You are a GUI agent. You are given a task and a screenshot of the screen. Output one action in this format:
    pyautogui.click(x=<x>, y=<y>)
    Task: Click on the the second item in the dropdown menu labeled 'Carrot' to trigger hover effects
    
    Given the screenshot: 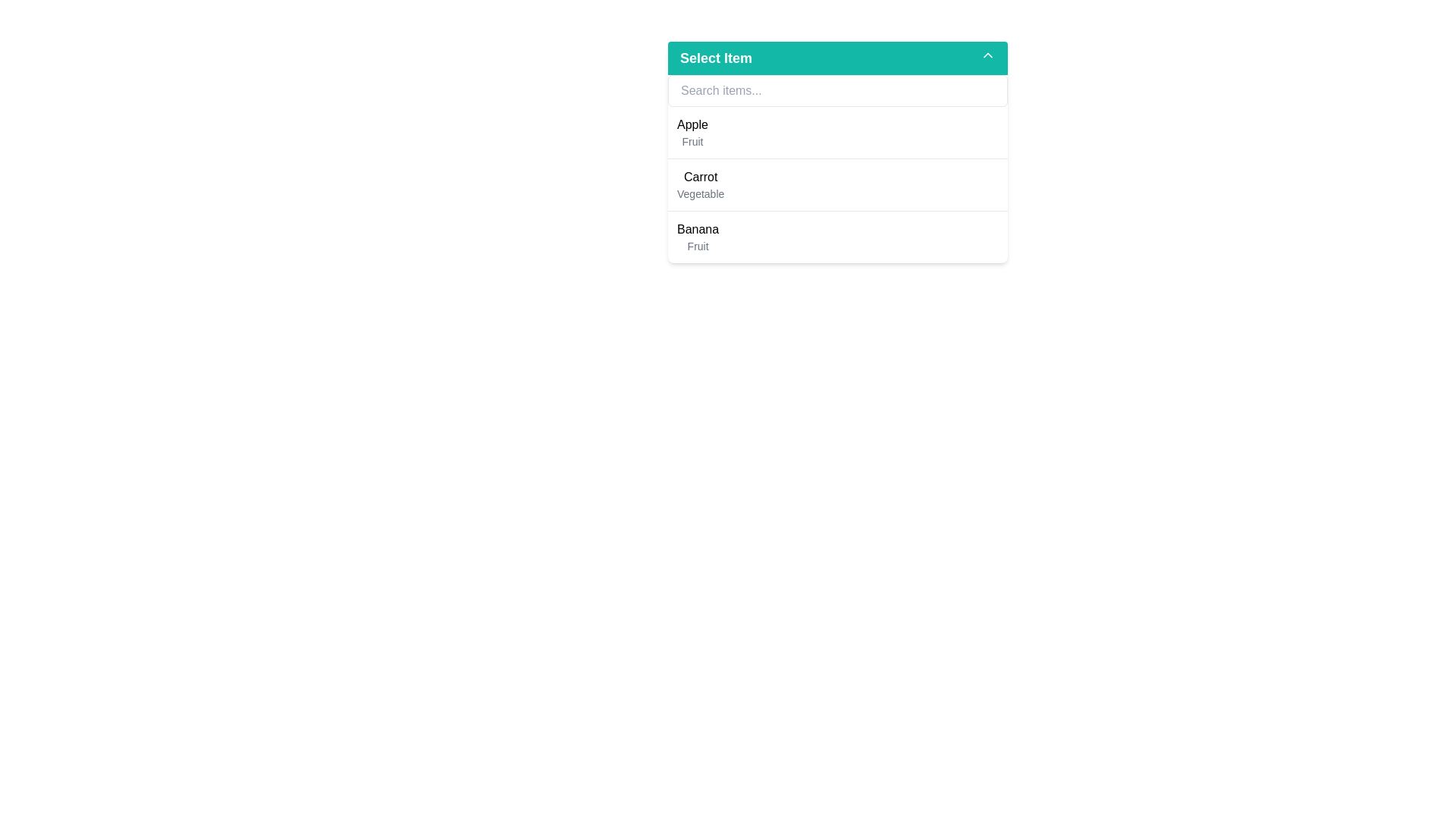 What is the action you would take?
    pyautogui.click(x=836, y=184)
    